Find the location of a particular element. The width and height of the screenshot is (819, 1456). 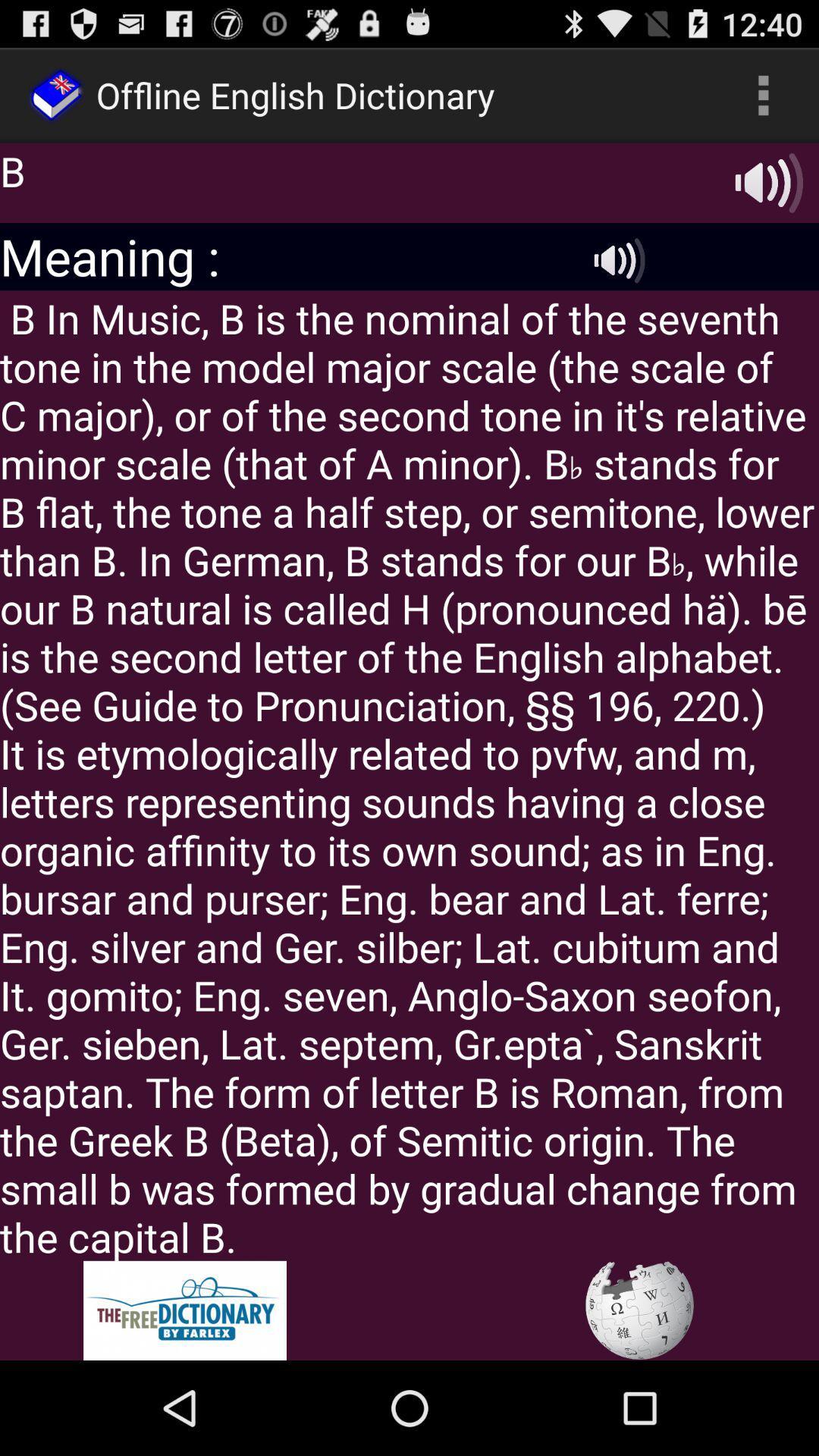

item above the b icon is located at coordinates (763, 94).